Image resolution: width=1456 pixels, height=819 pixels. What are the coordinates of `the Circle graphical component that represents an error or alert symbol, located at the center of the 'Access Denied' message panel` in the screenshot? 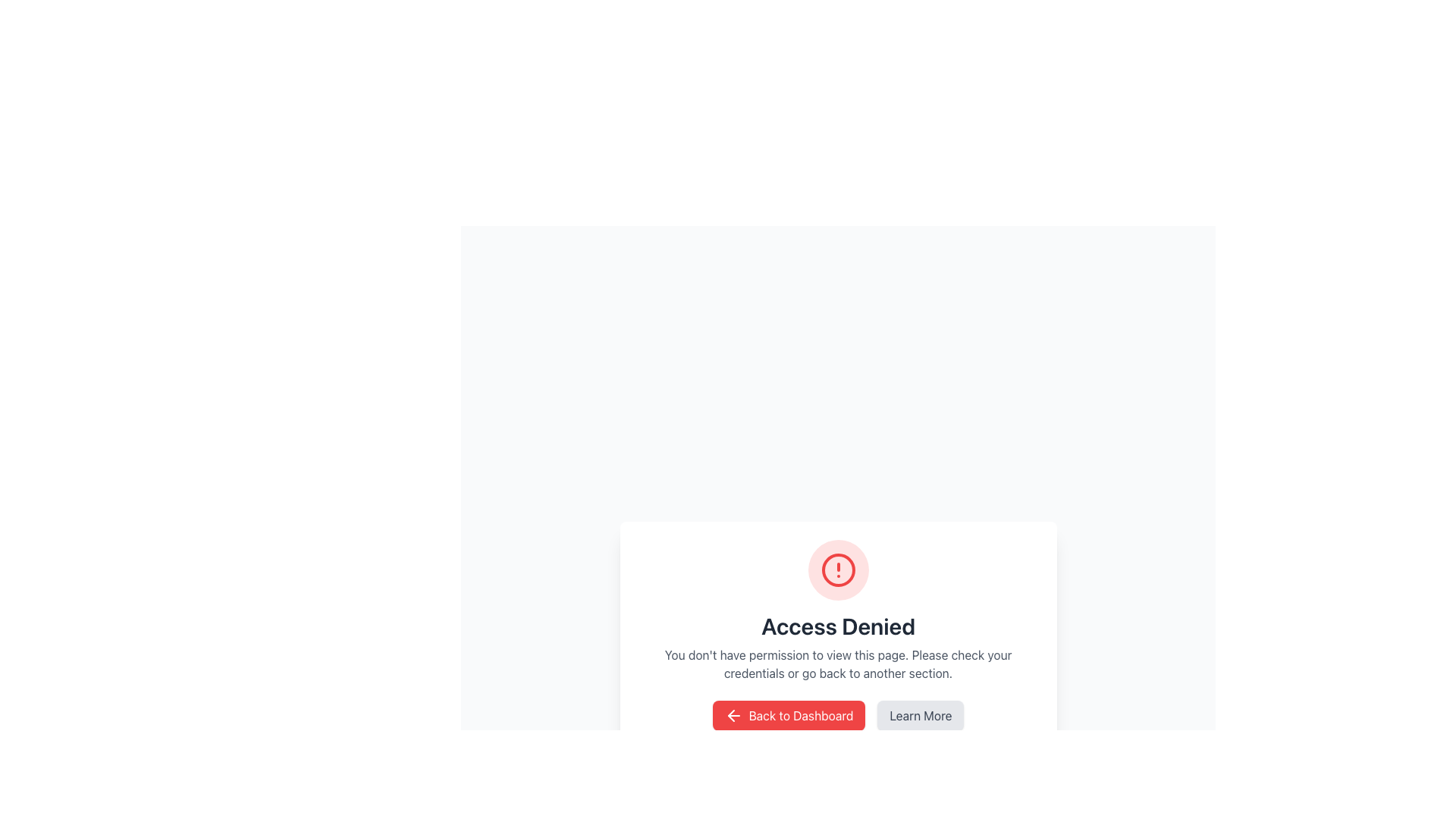 It's located at (837, 570).